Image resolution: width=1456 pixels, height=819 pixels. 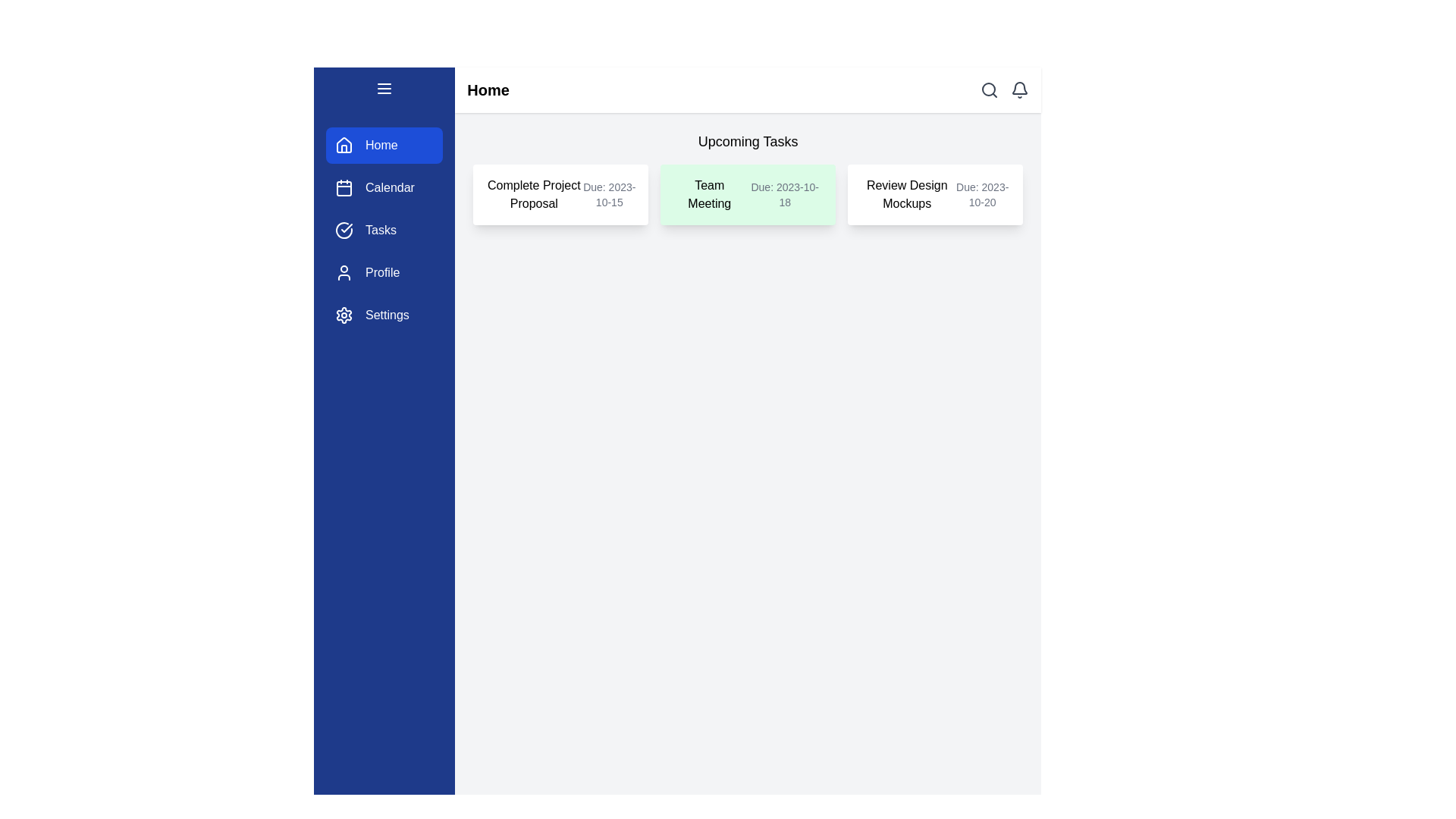 I want to click on the 'Settings' label located at the bottom of the sidebar menu, following the 'Profile' menu item, so click(x=387, y=315).